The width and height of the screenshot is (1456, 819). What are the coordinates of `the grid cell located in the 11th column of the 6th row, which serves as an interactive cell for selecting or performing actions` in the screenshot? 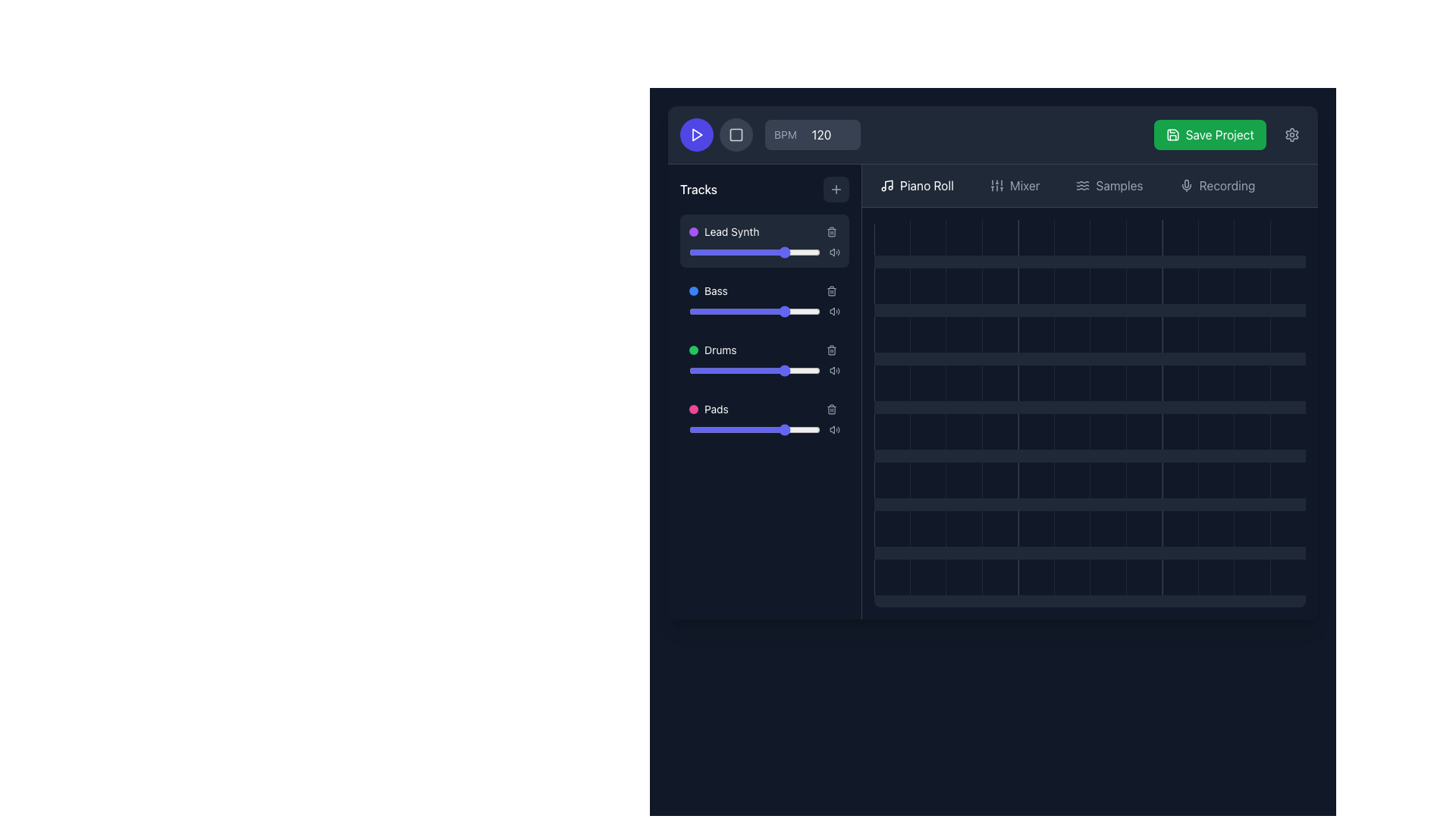 It's located at (1216, 528).